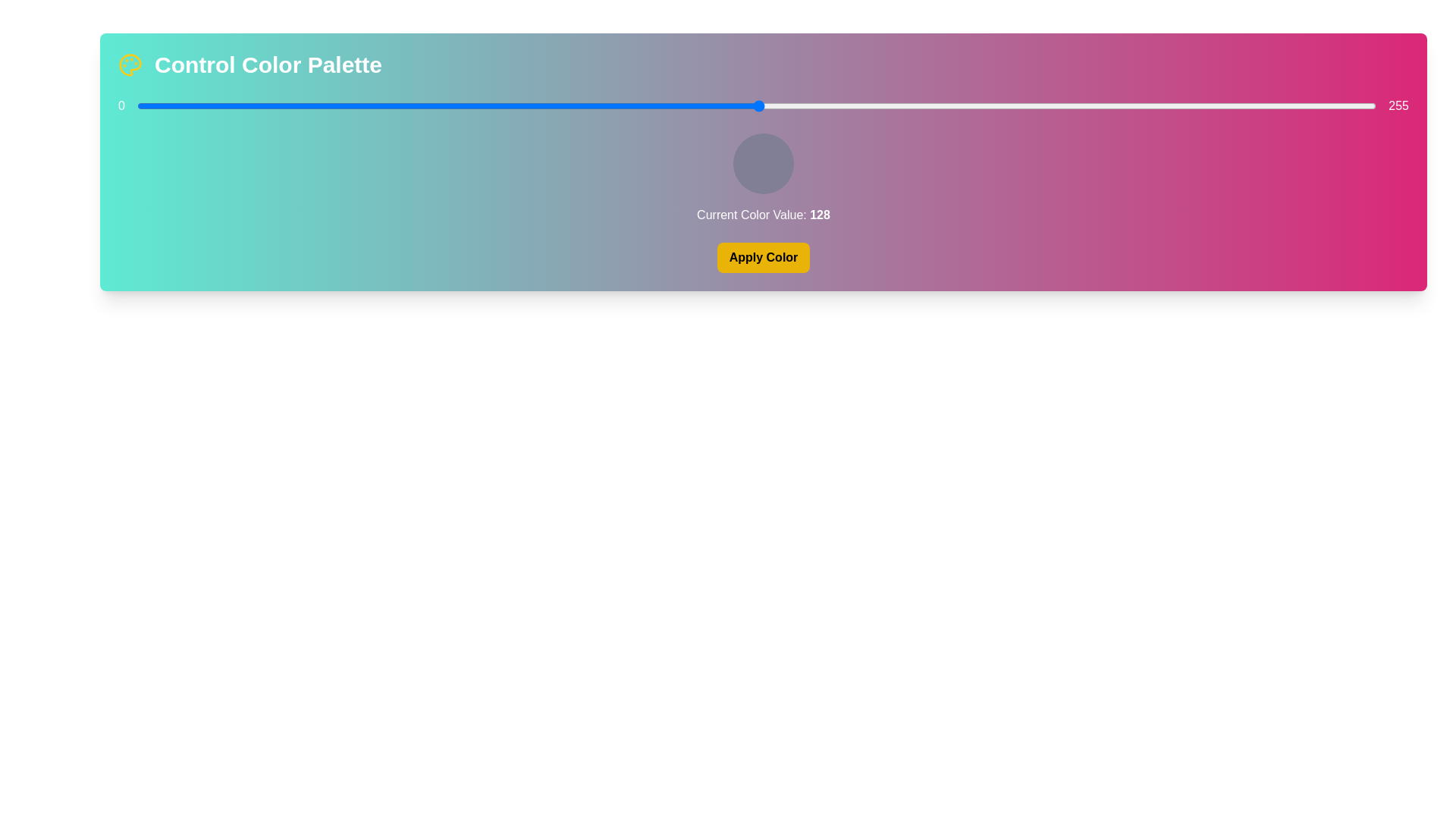 The image size is (1456, 819). I want to click on the color slider to set the color value to 168, so click(952, 105).